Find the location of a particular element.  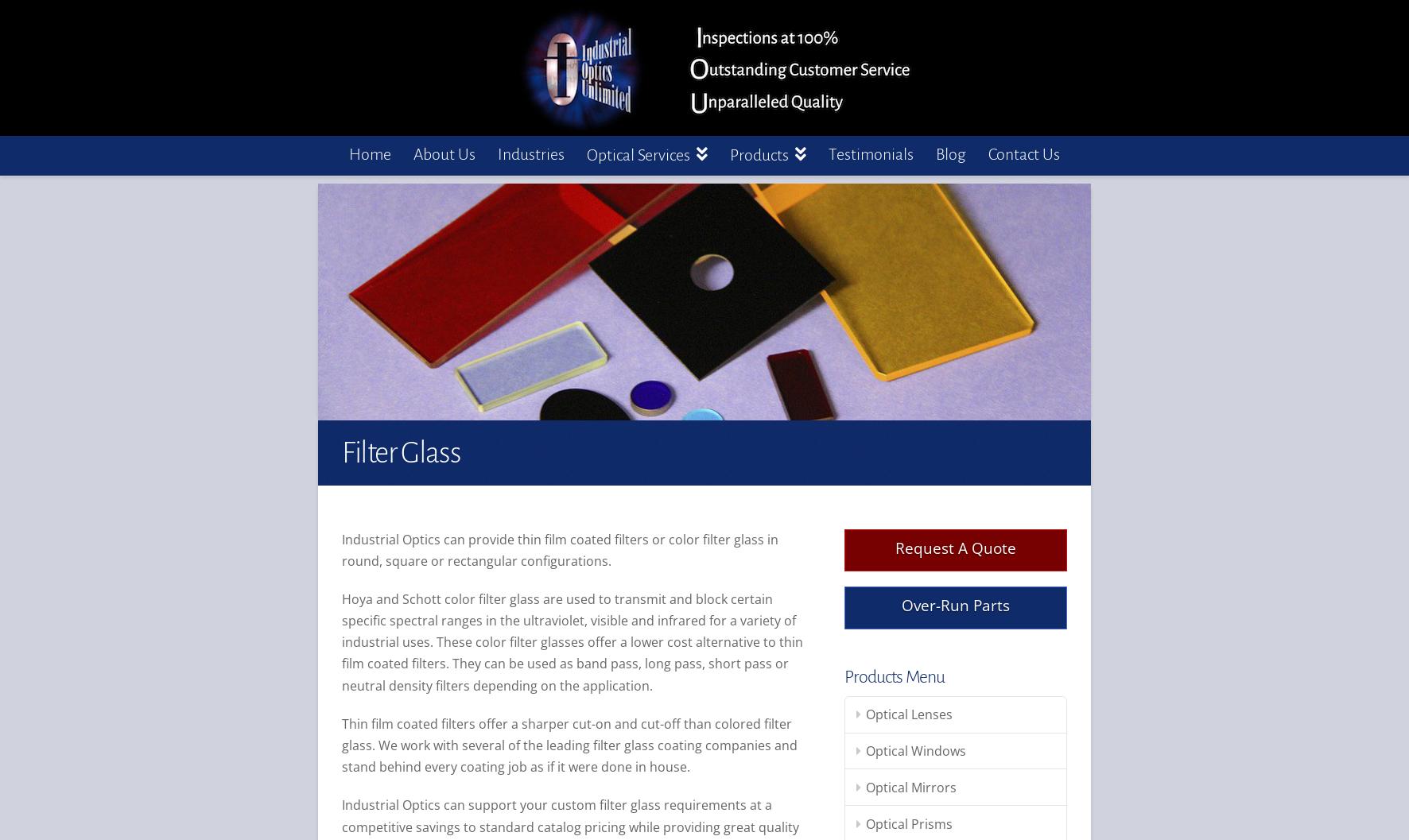

'Optical Lenses' is located at coordinates (908, 713).